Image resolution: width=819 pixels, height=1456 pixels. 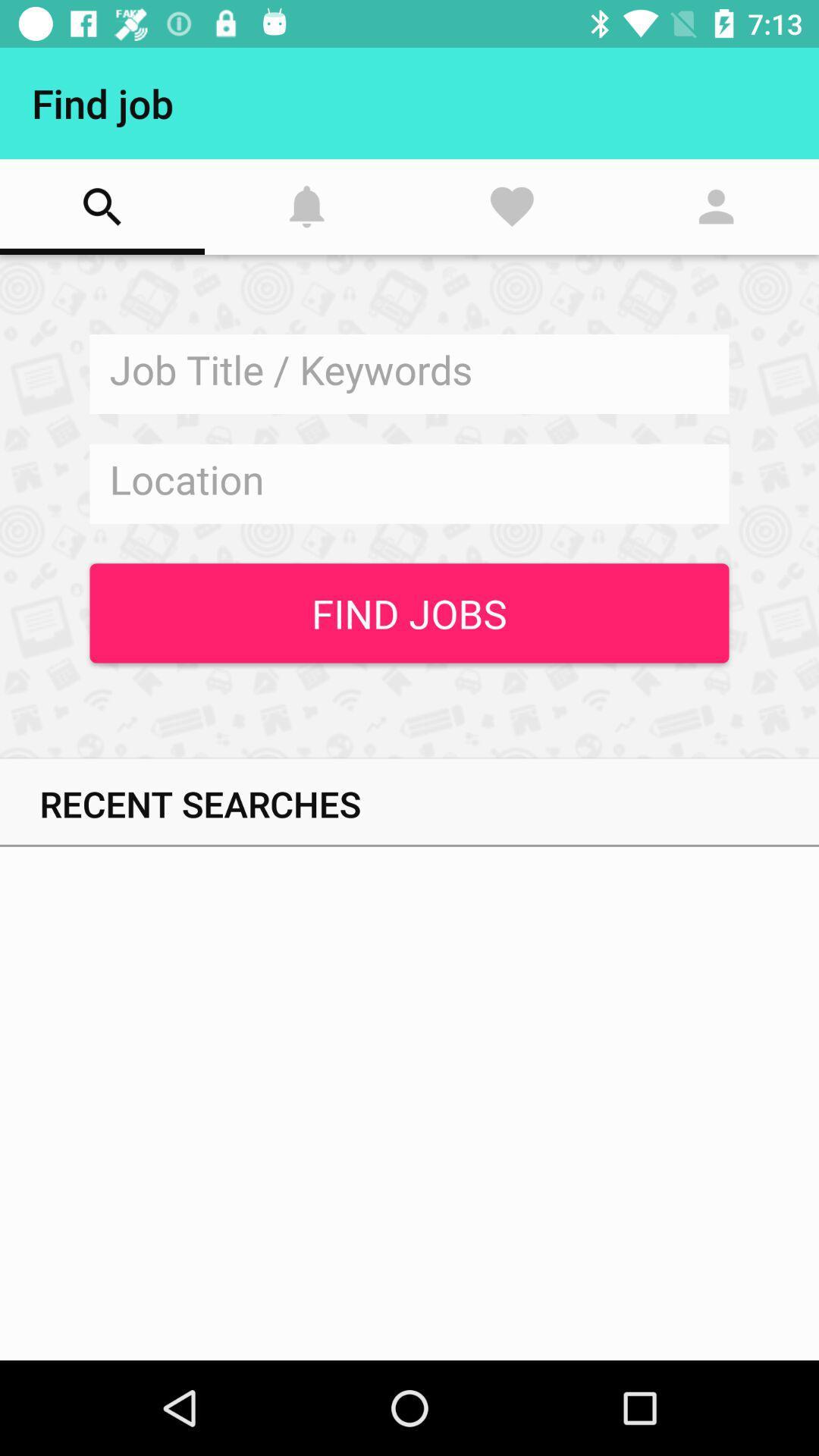 What do you see at coordinates (409, 374) in the screenshot?
I see `job tittle keywords` at bounding box center [409, 374].